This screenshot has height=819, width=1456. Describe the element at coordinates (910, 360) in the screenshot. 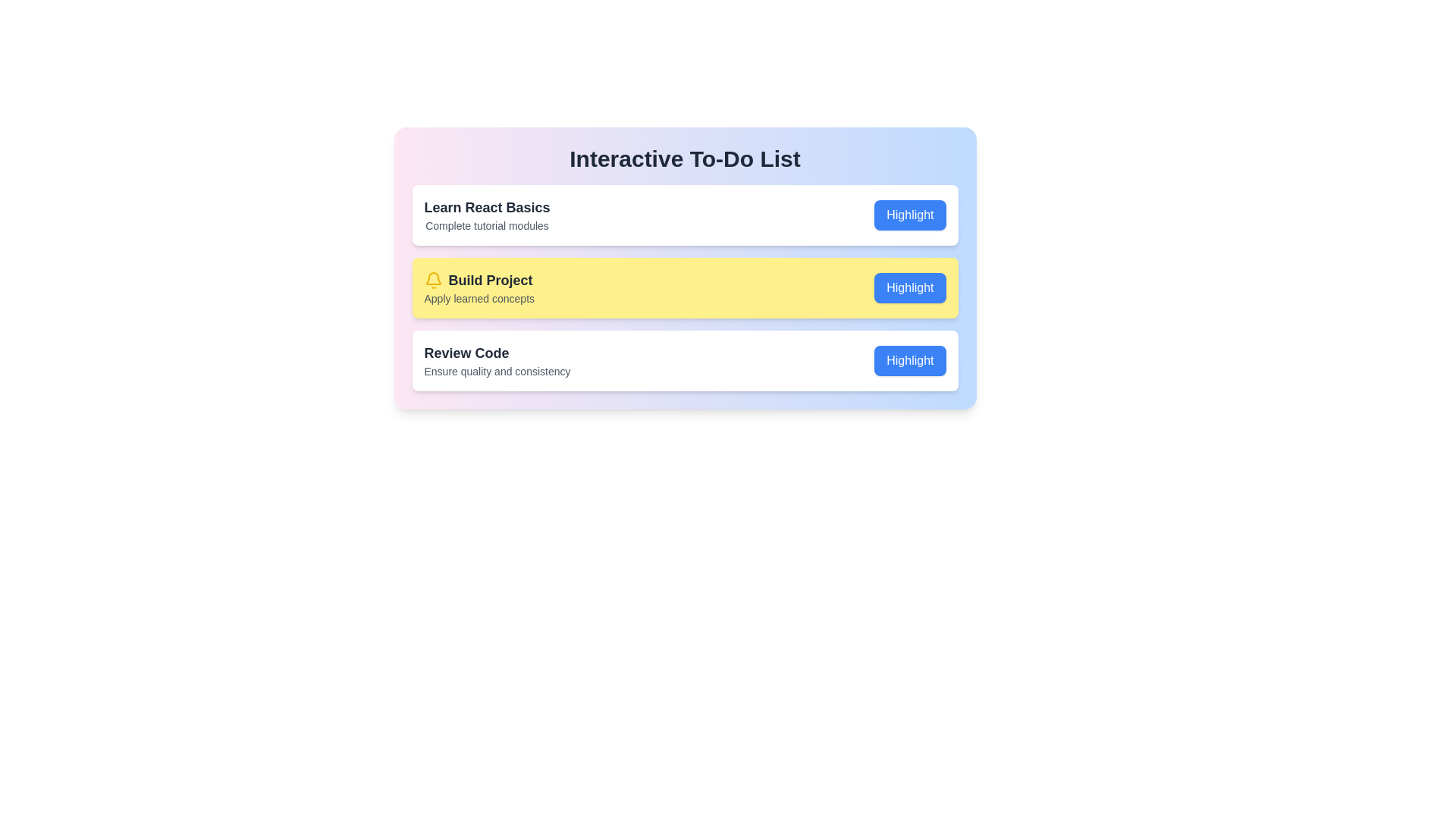

I see `the 'Highlight' button of the item with the name Review Code` at that location.